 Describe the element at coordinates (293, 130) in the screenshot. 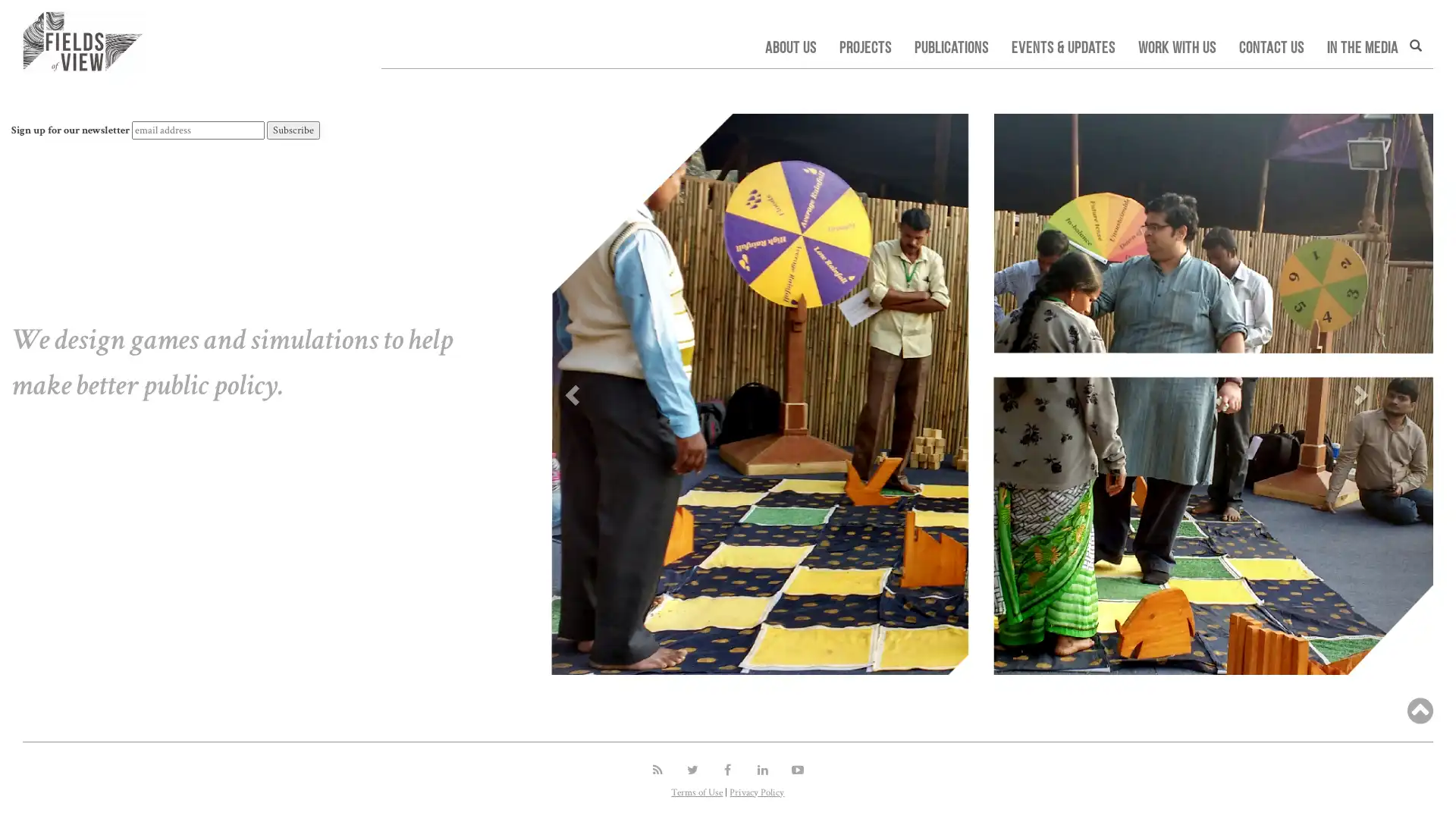

I see `Subscribe` at that location.